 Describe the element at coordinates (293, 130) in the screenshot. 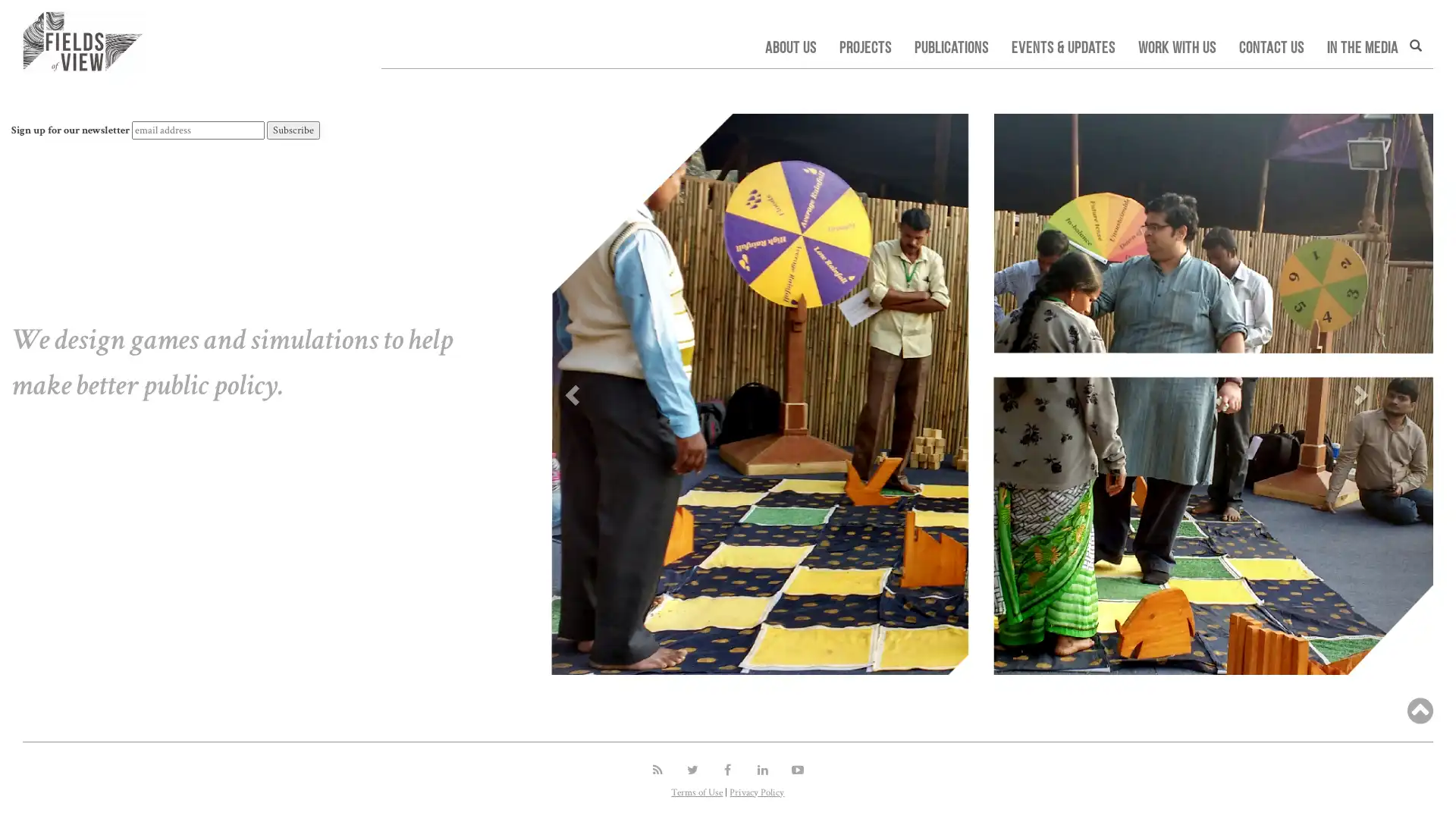

I see `Subscribe` at that location.